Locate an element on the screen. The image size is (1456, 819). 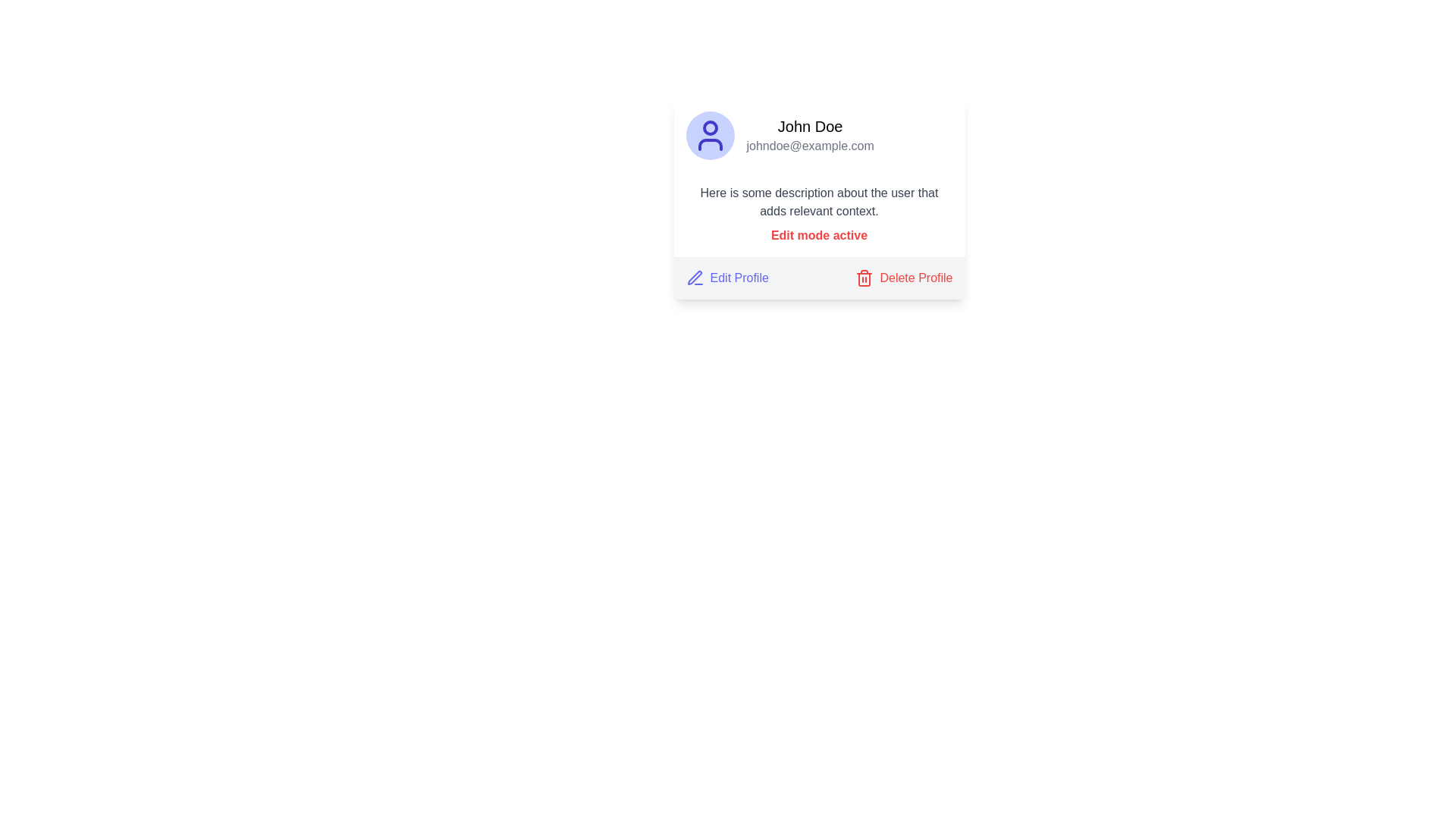
the 'Delete Profile' icon located on the right side of the button labeled 'Delete Profile' is located at coordinates (864, 278).